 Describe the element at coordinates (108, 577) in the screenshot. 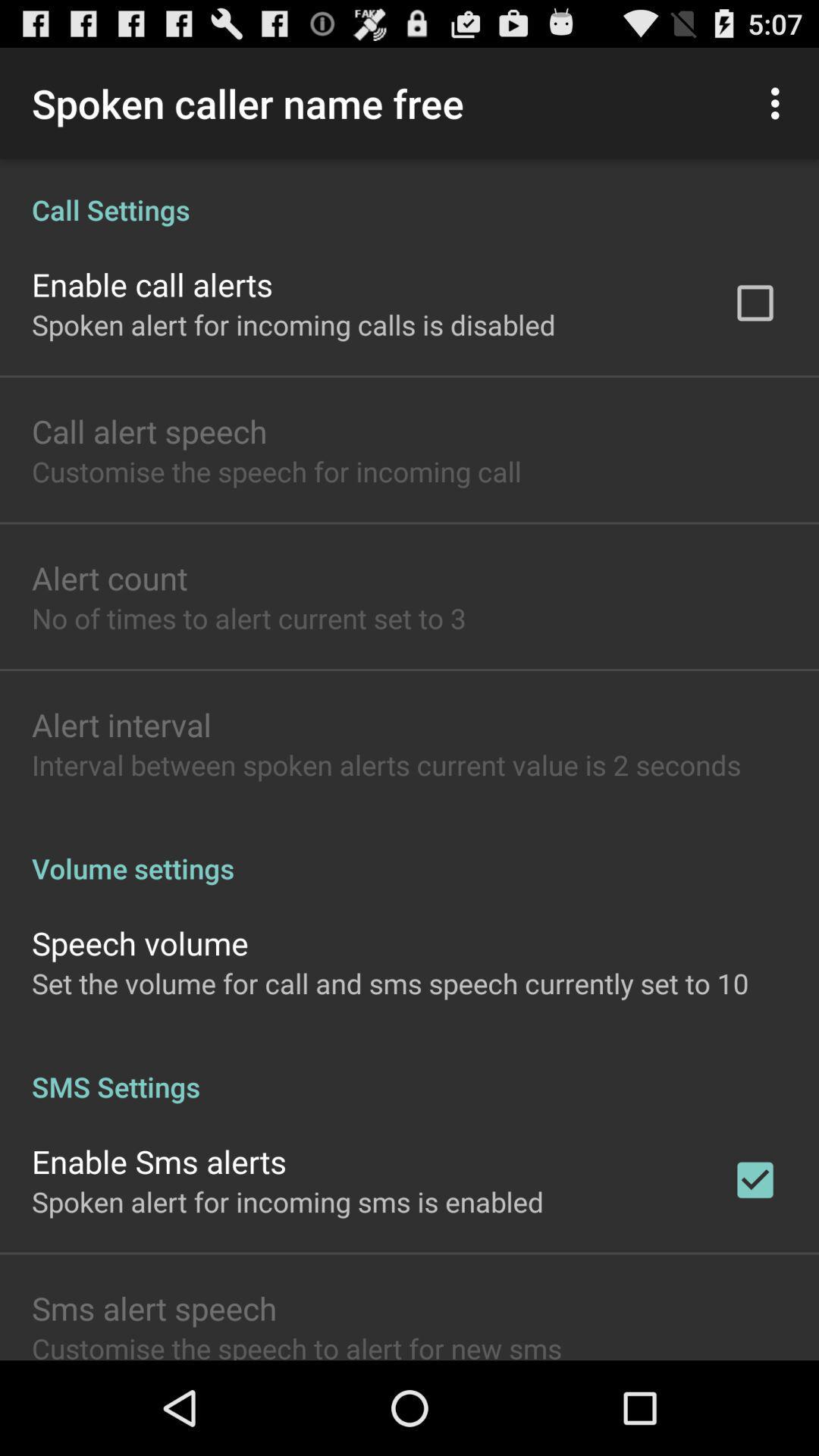

I see `alert count icon` at that location.